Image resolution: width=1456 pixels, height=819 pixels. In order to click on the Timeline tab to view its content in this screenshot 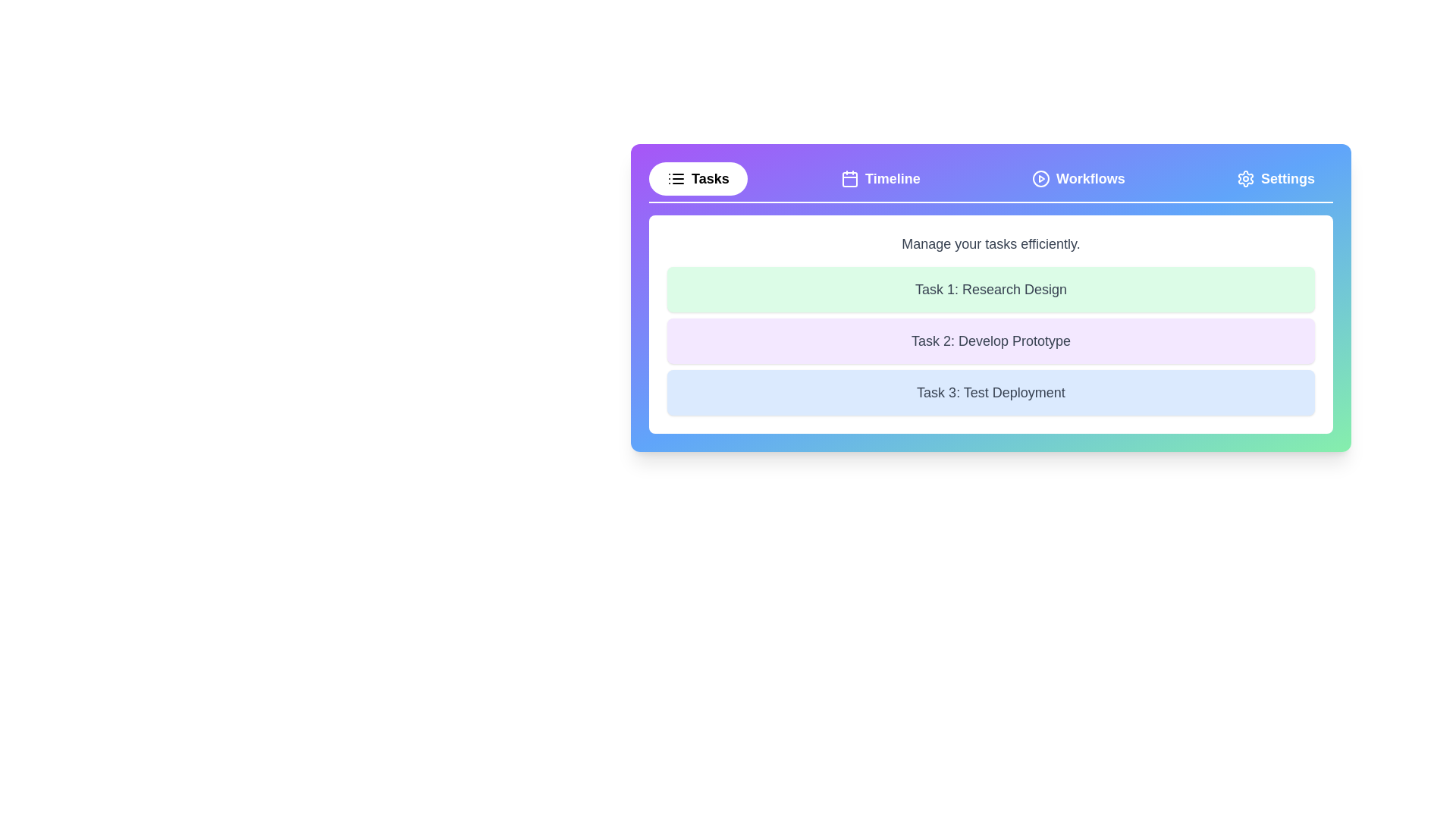, I will do `click(880, 177)`.